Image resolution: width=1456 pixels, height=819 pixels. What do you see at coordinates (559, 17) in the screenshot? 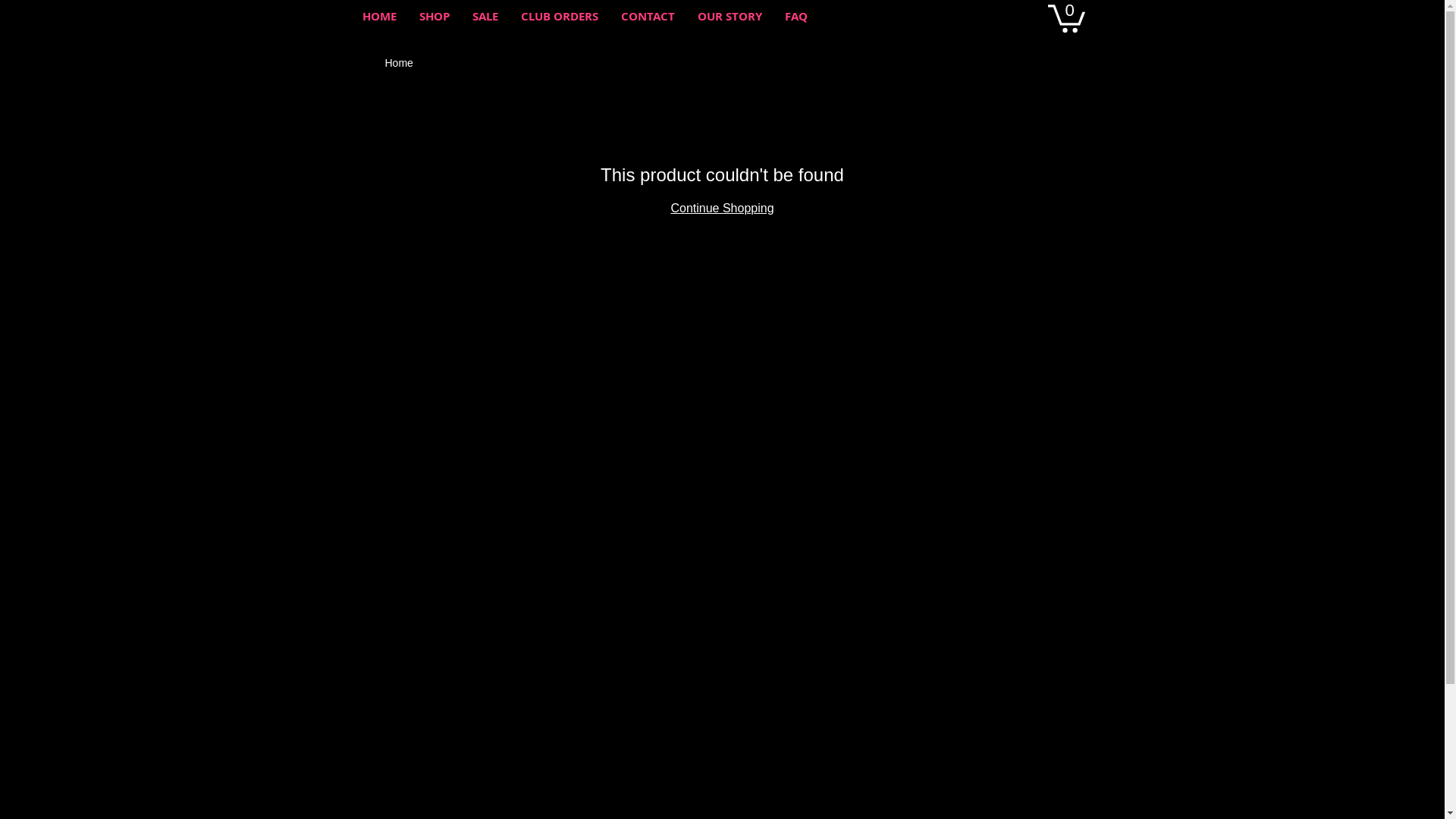
I see `'CLUB ORDERS'` at bounding box center [559, 17].